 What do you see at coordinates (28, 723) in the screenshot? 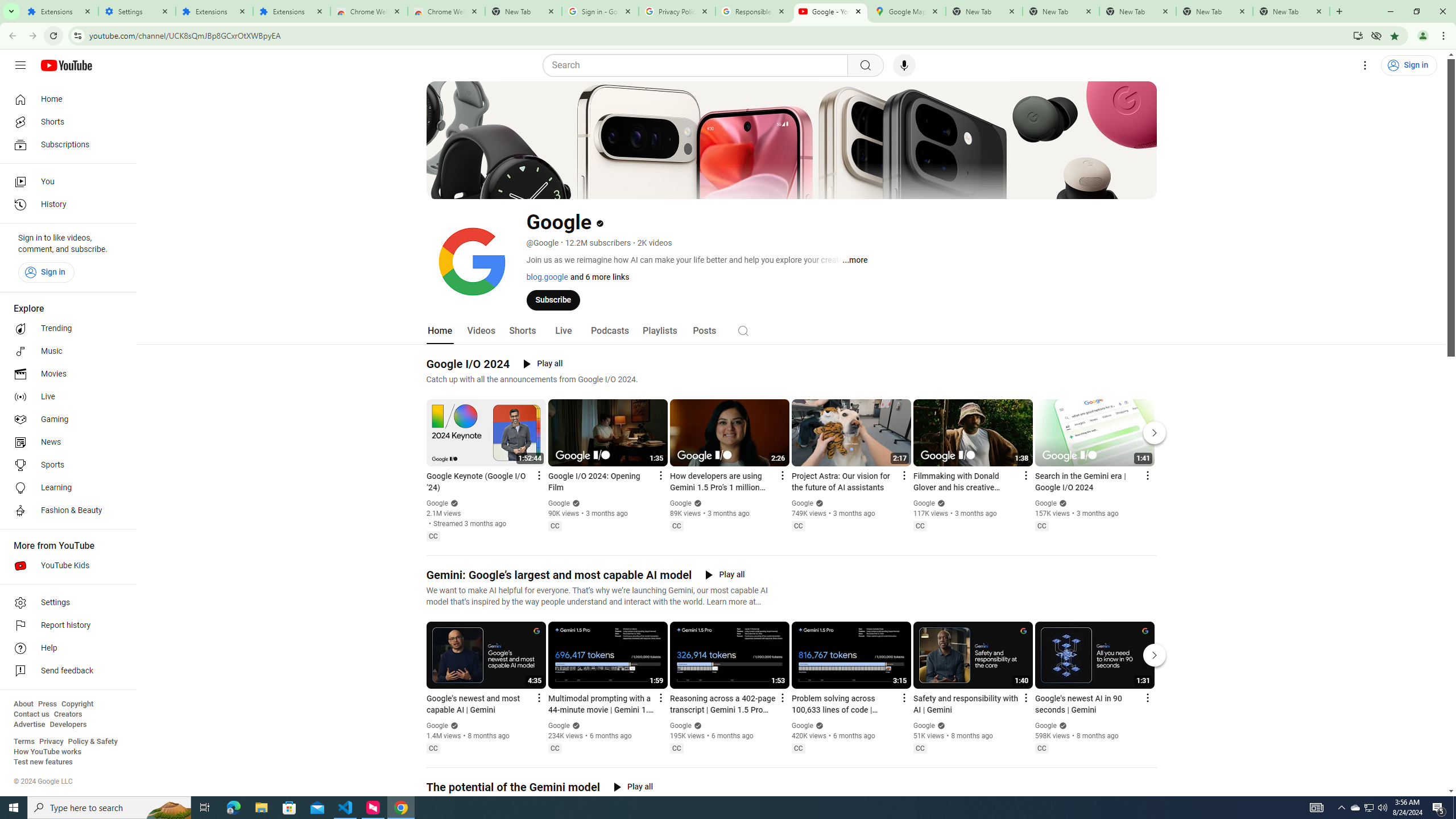
I see `'Advertise'` at bounding box center [28, 723].